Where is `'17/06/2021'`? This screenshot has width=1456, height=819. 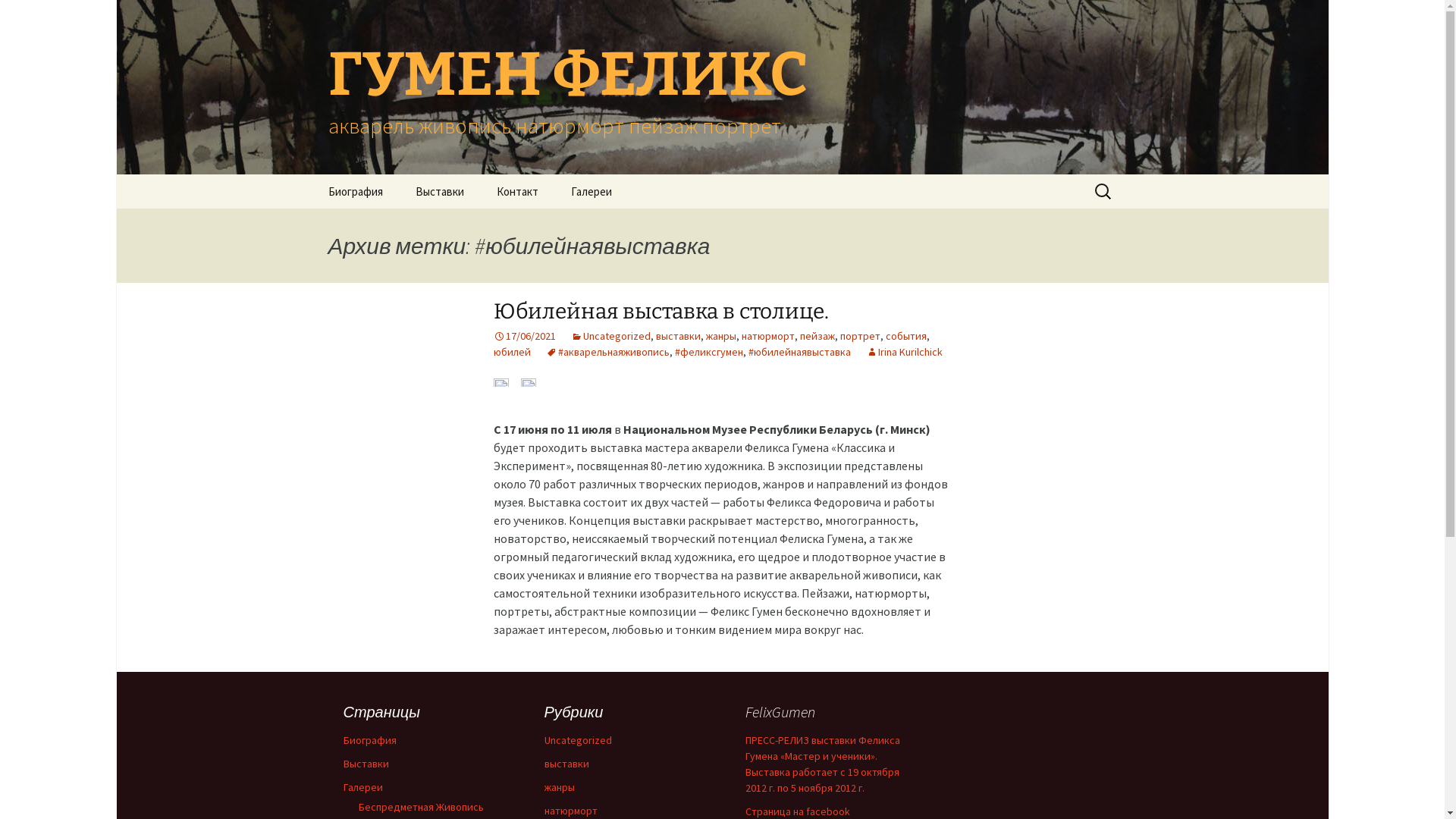
'17/06/2021' is located at coordinates (524, 335).